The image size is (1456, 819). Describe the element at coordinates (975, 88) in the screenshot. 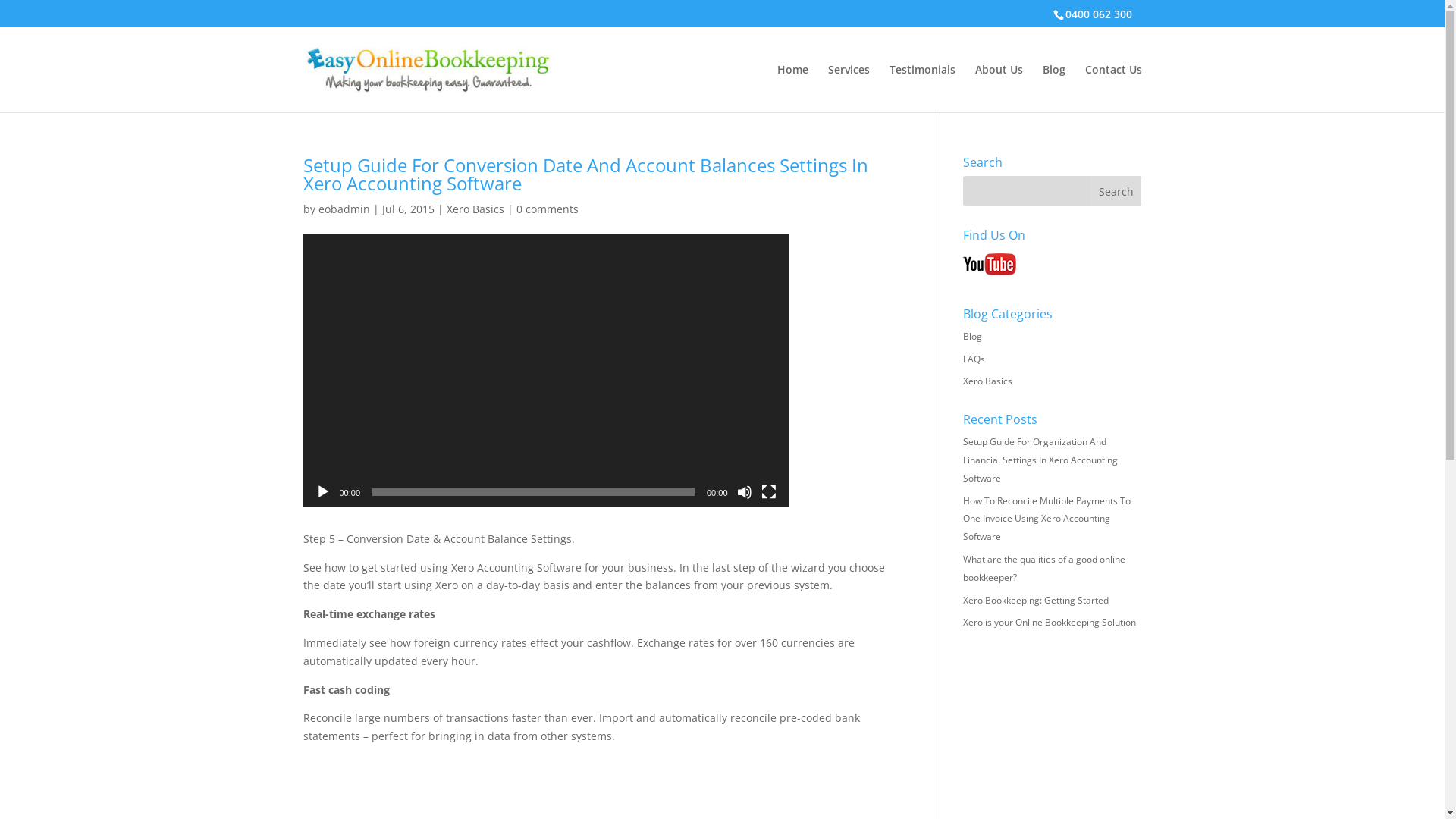

I see `'About Us'` at that location.